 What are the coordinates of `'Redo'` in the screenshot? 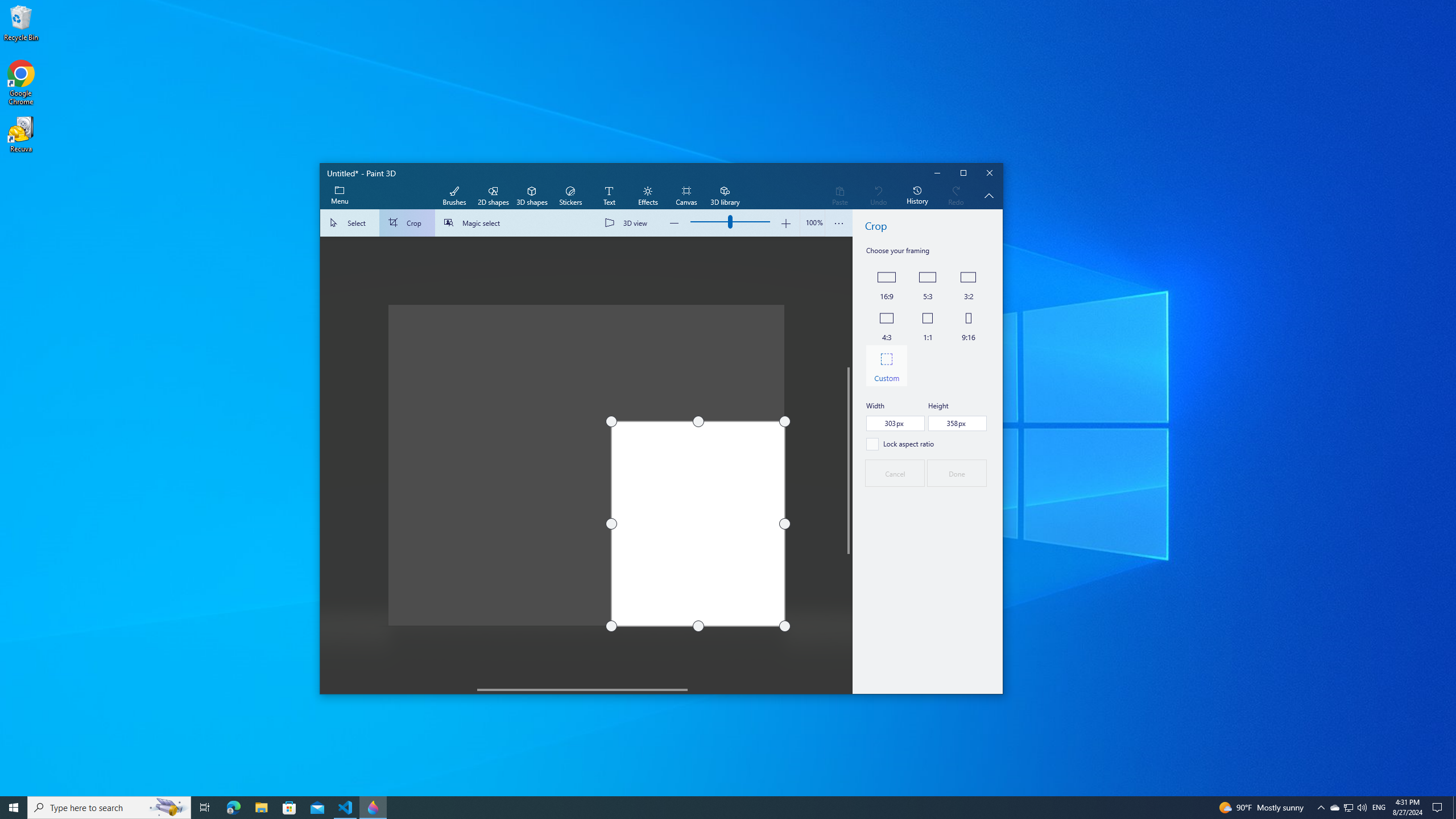 It's located at (955, 196).